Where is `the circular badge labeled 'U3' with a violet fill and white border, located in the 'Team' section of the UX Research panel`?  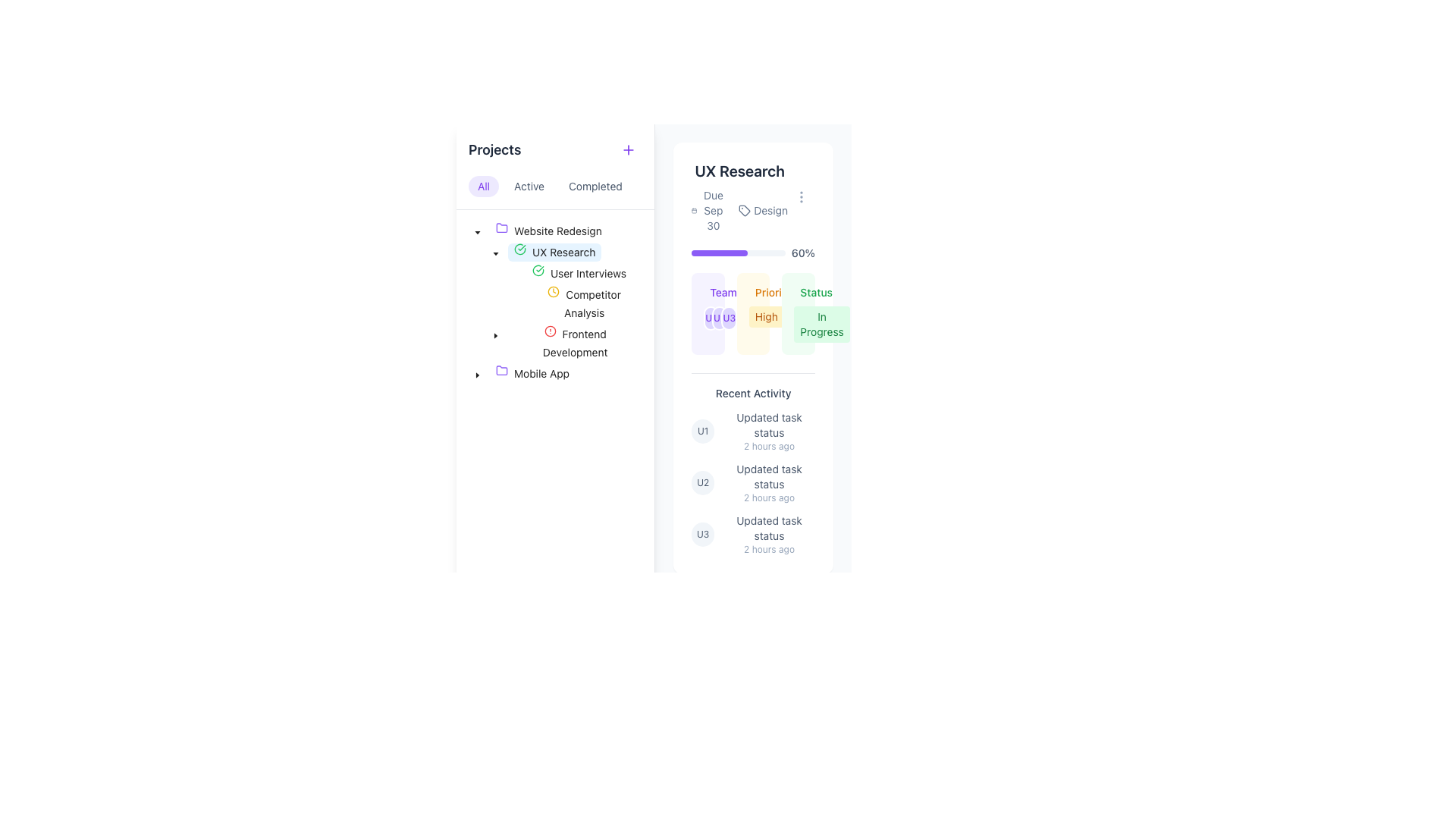
the circular badge labeled 'U3' with a violet fill and white border, located in the 'Team' section of the UX Research panel is located at coordinates (729, 318).